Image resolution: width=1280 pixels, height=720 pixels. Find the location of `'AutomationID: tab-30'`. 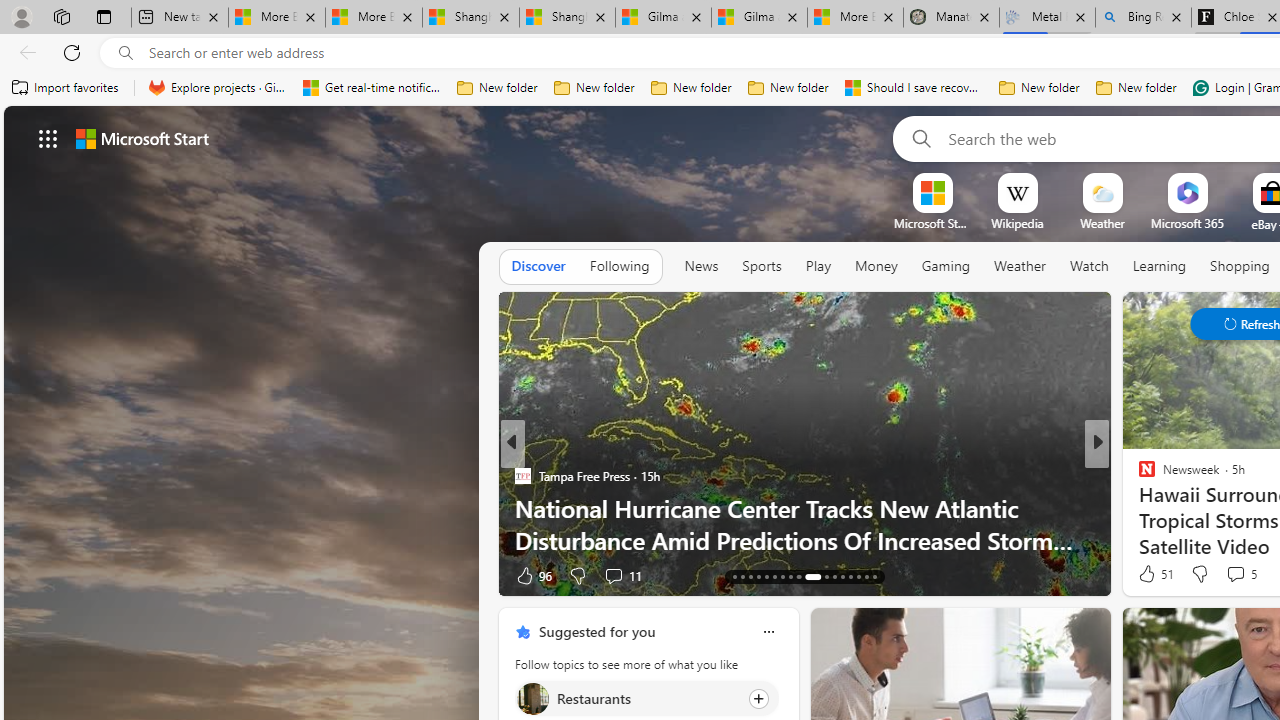

'AutomationID: tab-30' is located at coordinates (850, 577).